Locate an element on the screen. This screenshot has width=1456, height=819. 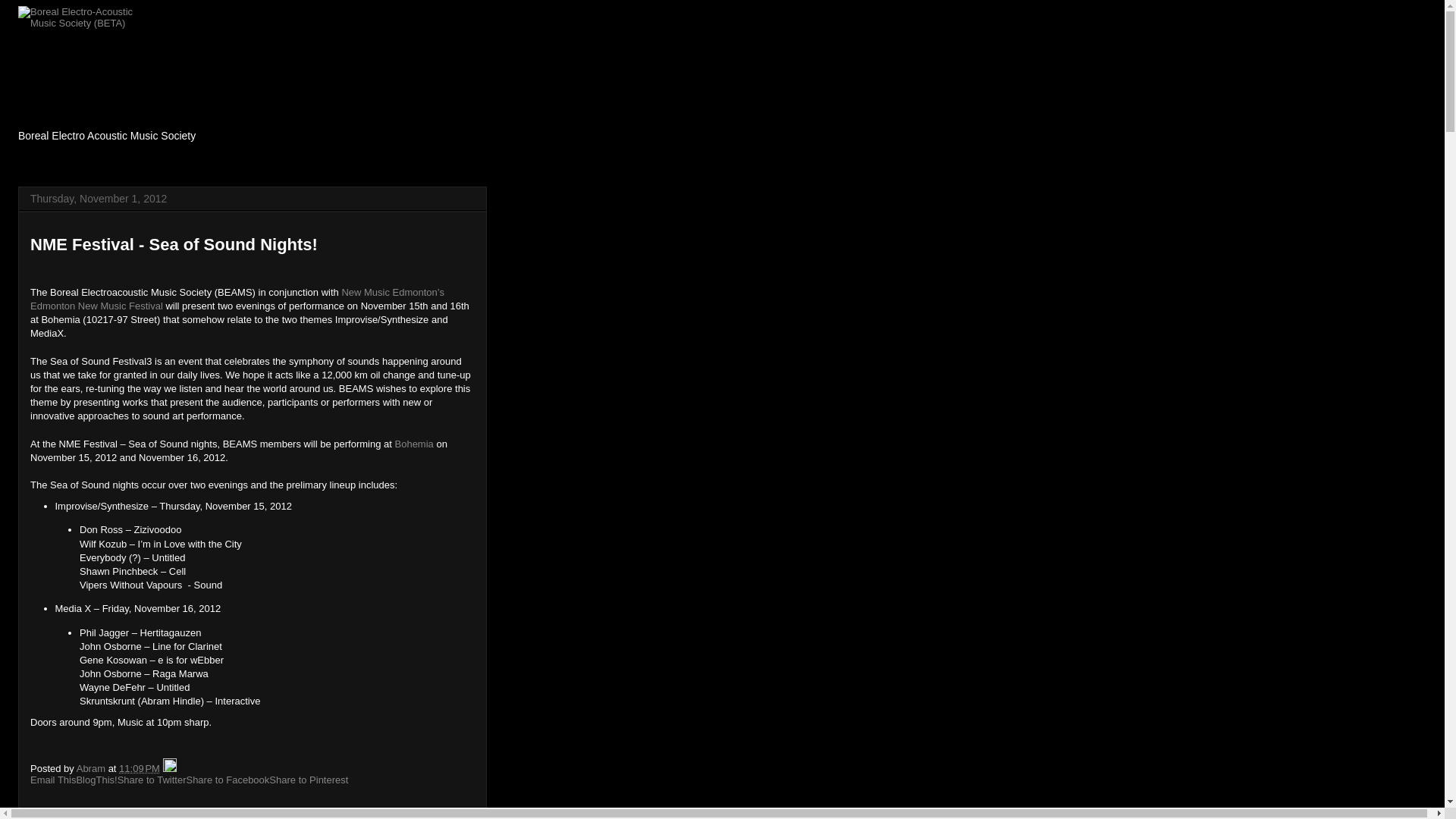
'Abram' is located at coordinates (75, 768).